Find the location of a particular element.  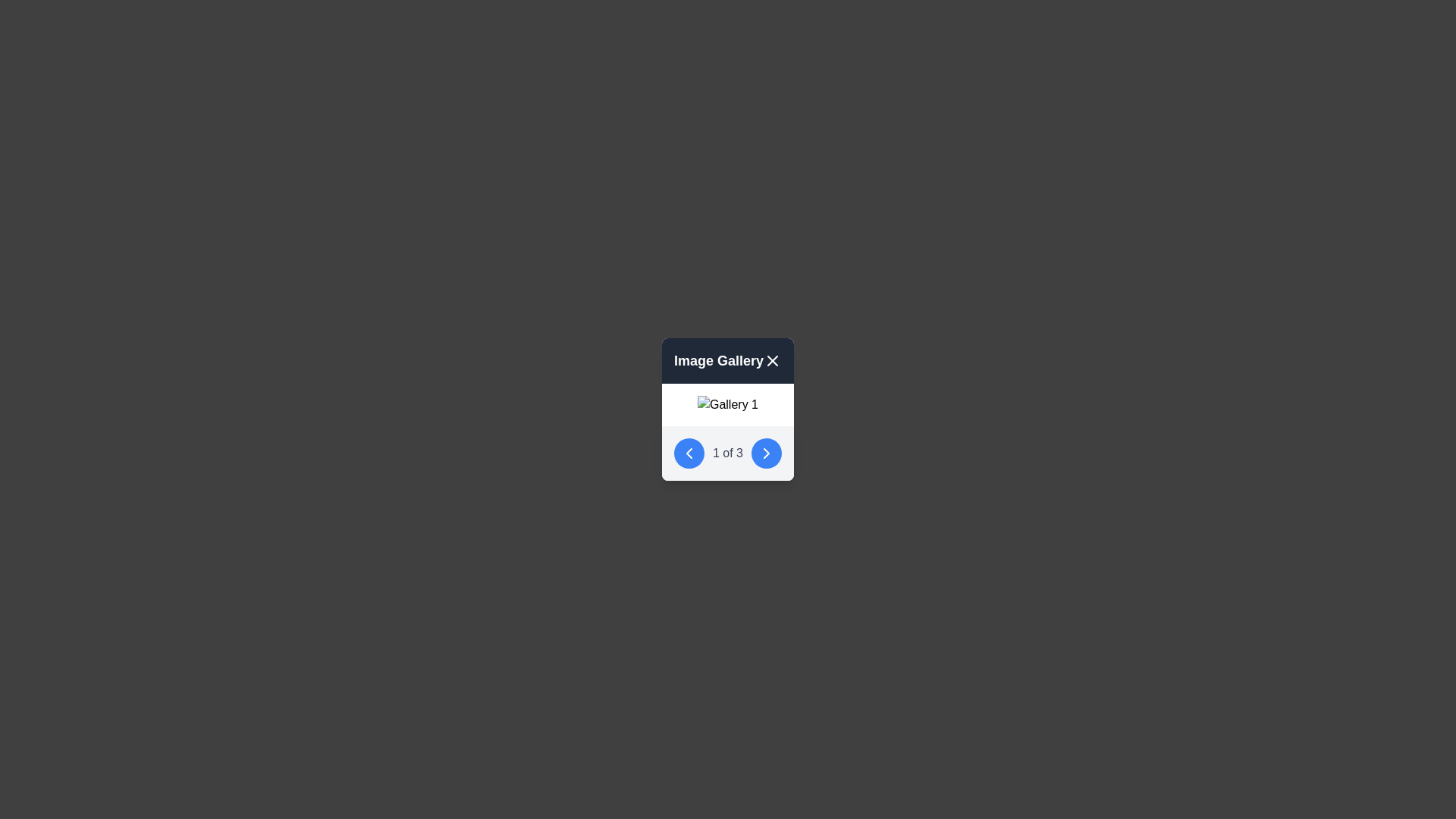

the displayed text of the central Text label indicating the current item index and total number of items in the pop-up gallery display is located at coordinates (728, 452).